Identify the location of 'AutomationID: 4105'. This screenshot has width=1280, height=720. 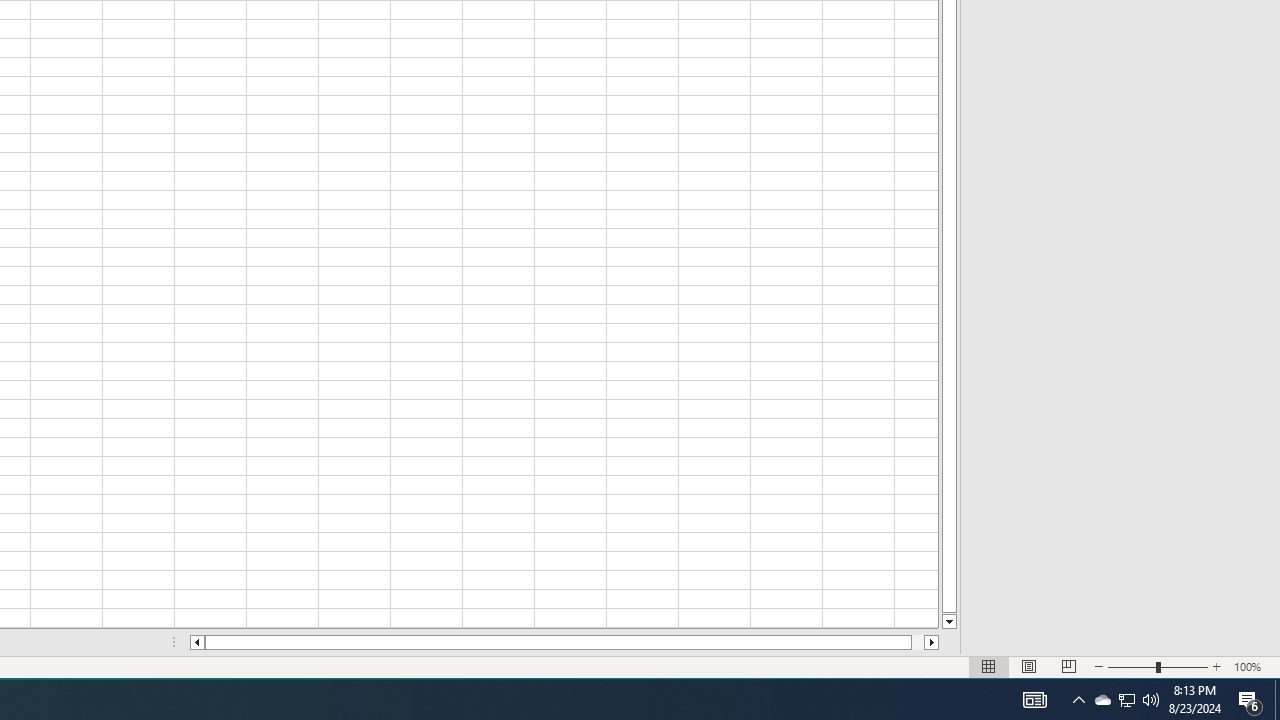
(1034, 698).